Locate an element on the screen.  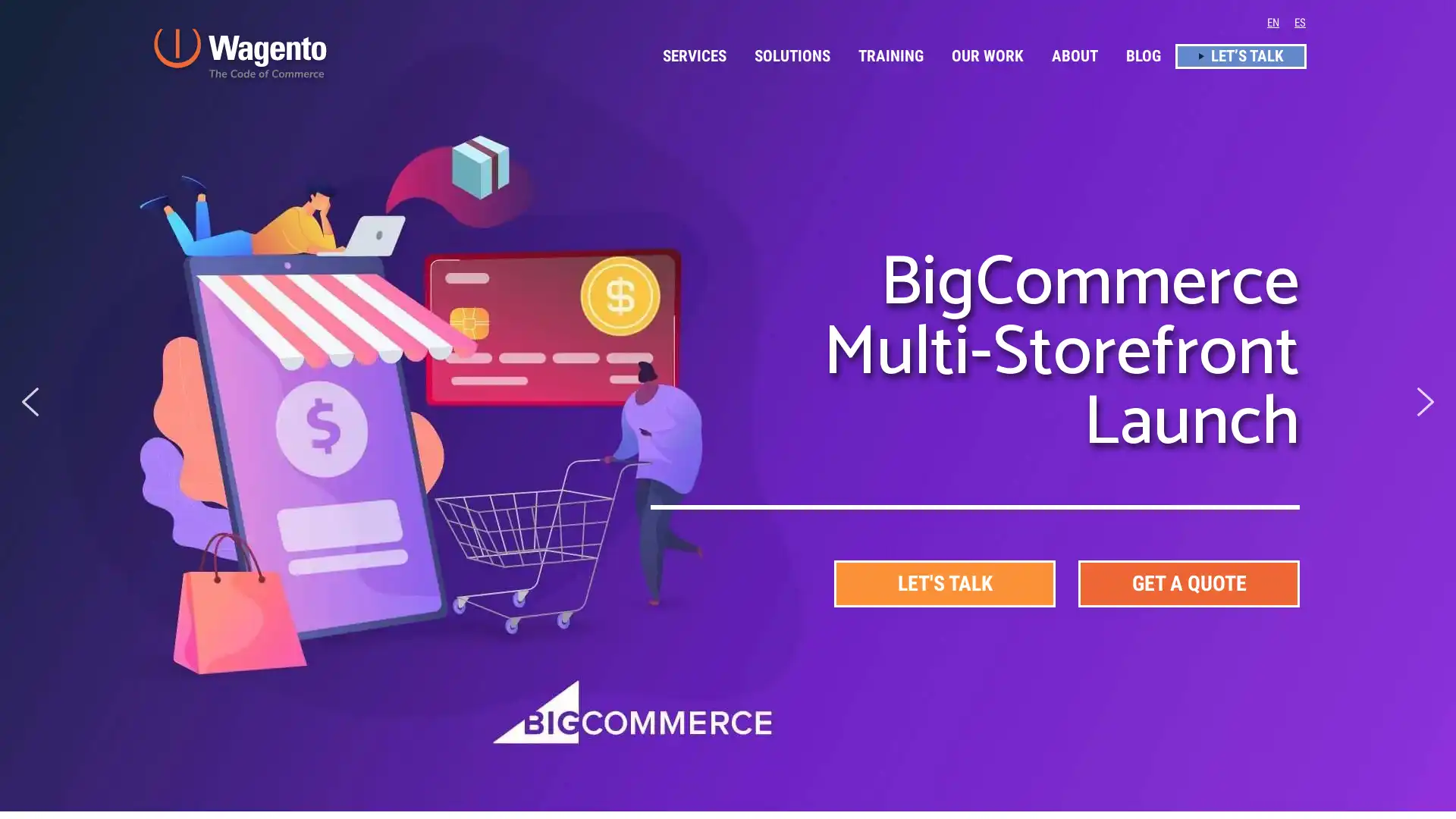
Accept is located at coordinates (934, 121).